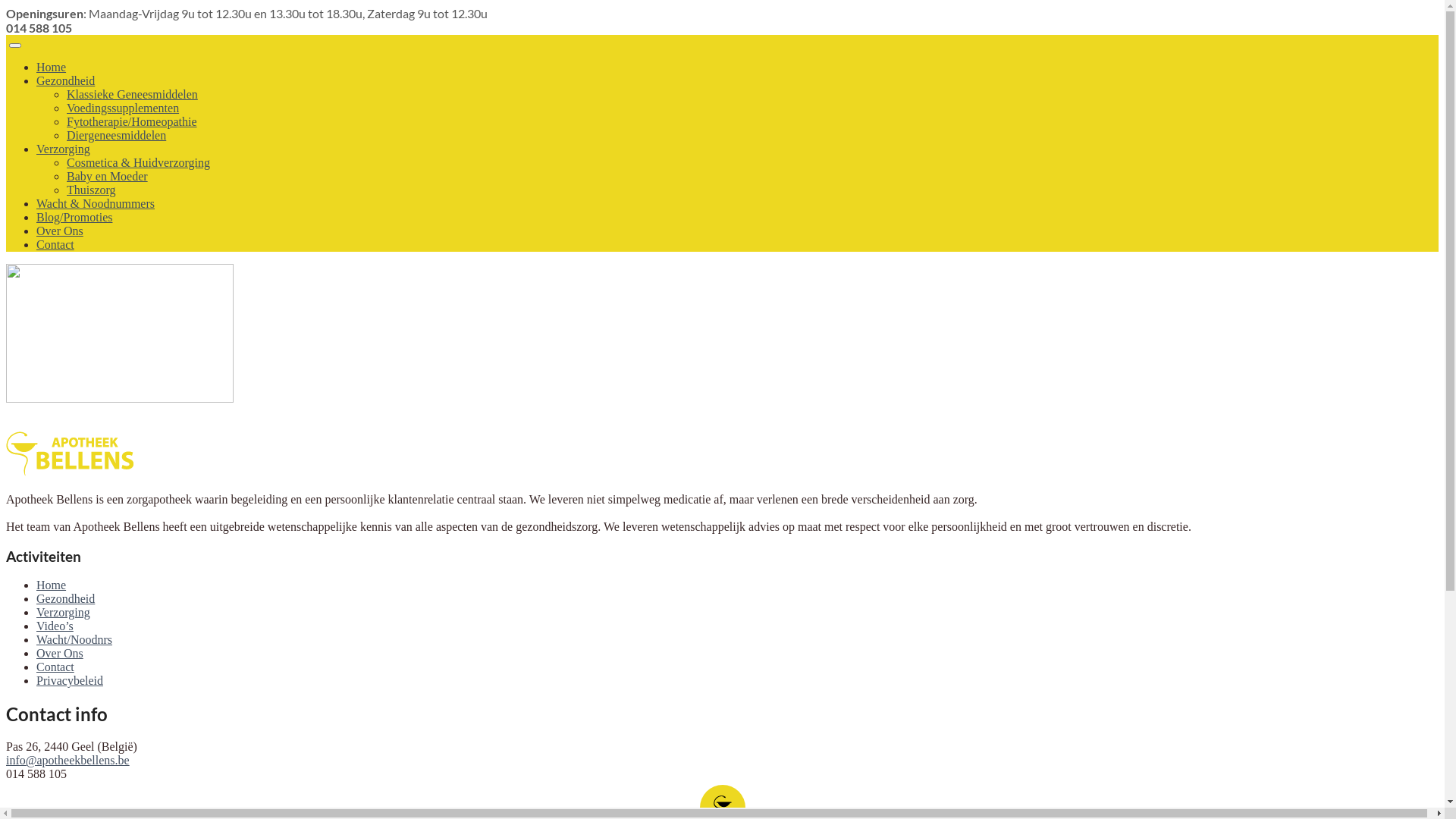 The width and height of the screenshot is (1456, 819). Describe the element at coordinates (55, 666) in the screenshot. I see `'Contact'` at that location.